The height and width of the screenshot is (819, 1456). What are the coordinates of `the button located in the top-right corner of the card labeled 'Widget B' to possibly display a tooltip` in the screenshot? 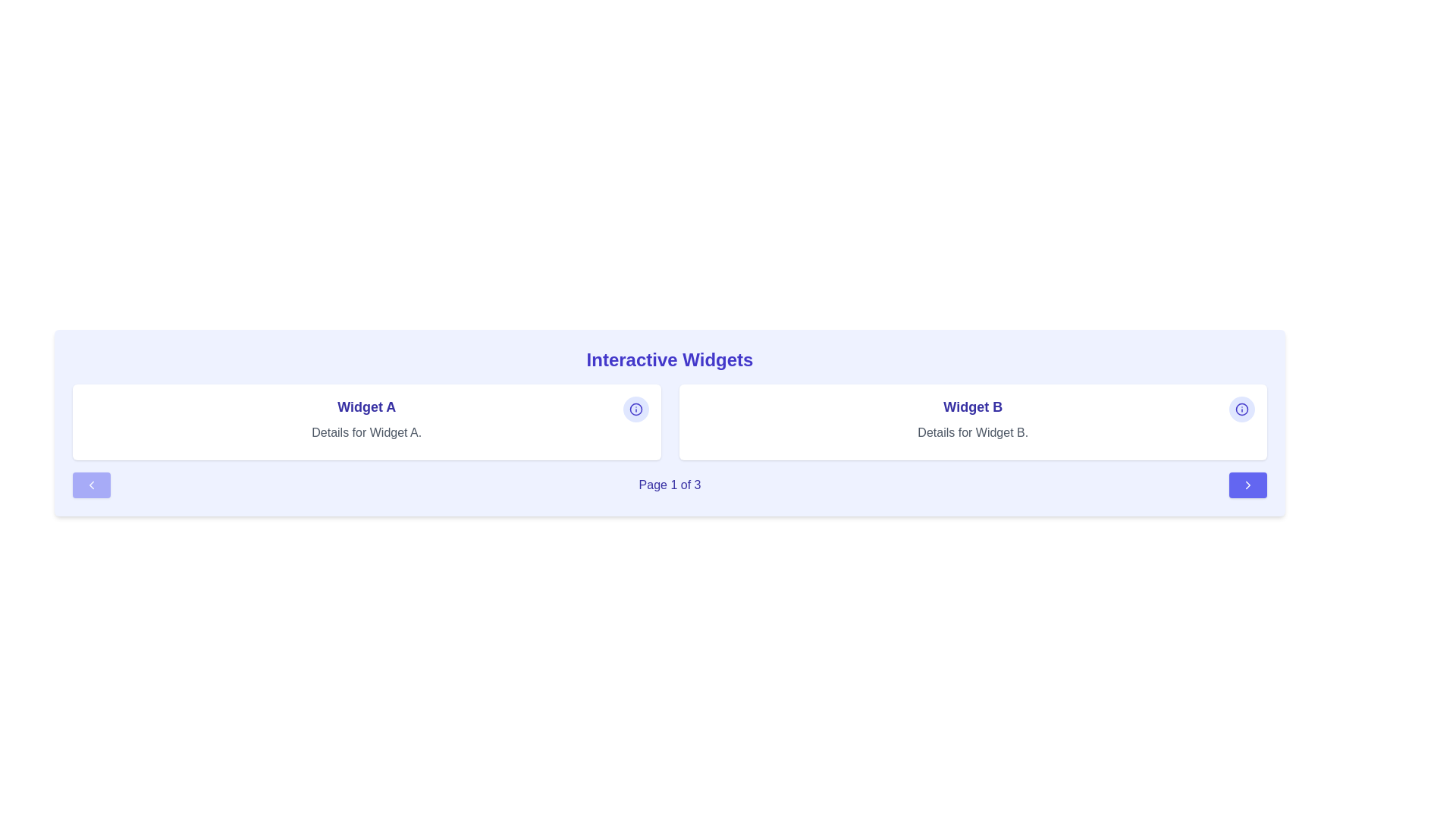 It's located at (1241, 409).